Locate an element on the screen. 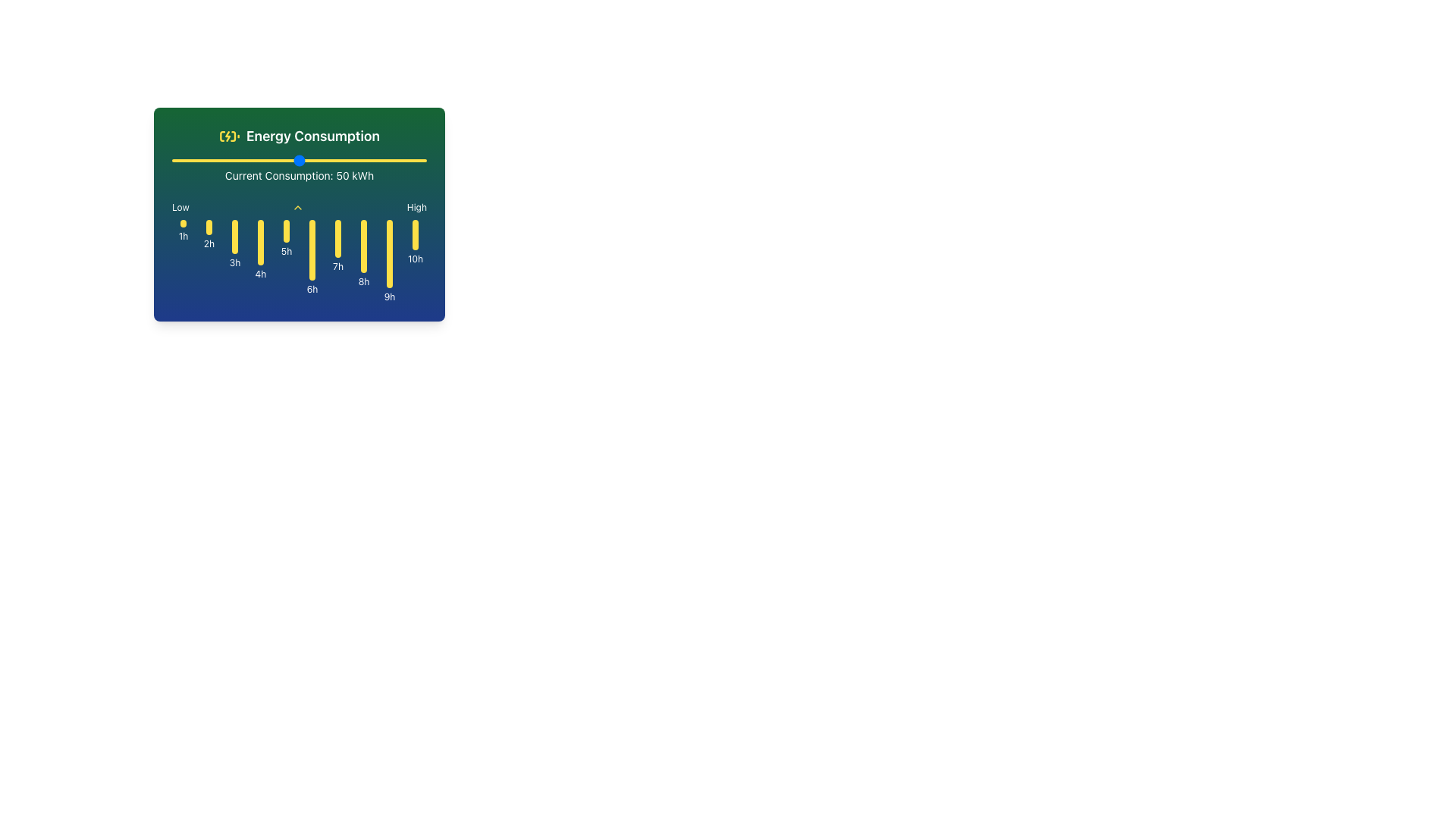 The width and height of the screenshot is (1456, 819). the energy consumption slider is located at coordinates (235, 162).